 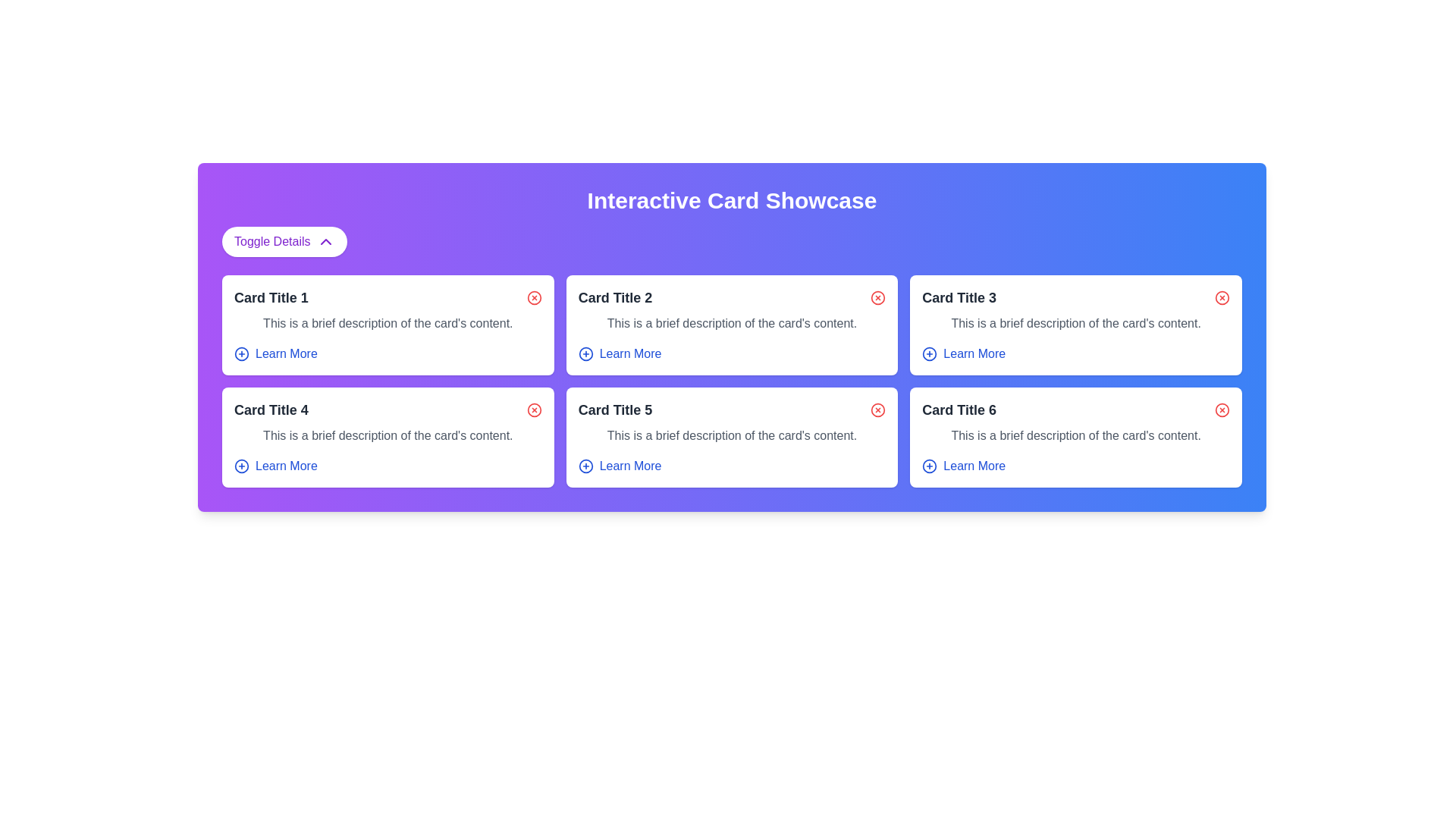 What do you see at coordinates (240, 353) in the screenshot?
I see `the circular icon with a blue outline and a plus sign in the center, which is part of the 'Learn More' link in 'Card Title 1'` at bounding box center [240, 353].